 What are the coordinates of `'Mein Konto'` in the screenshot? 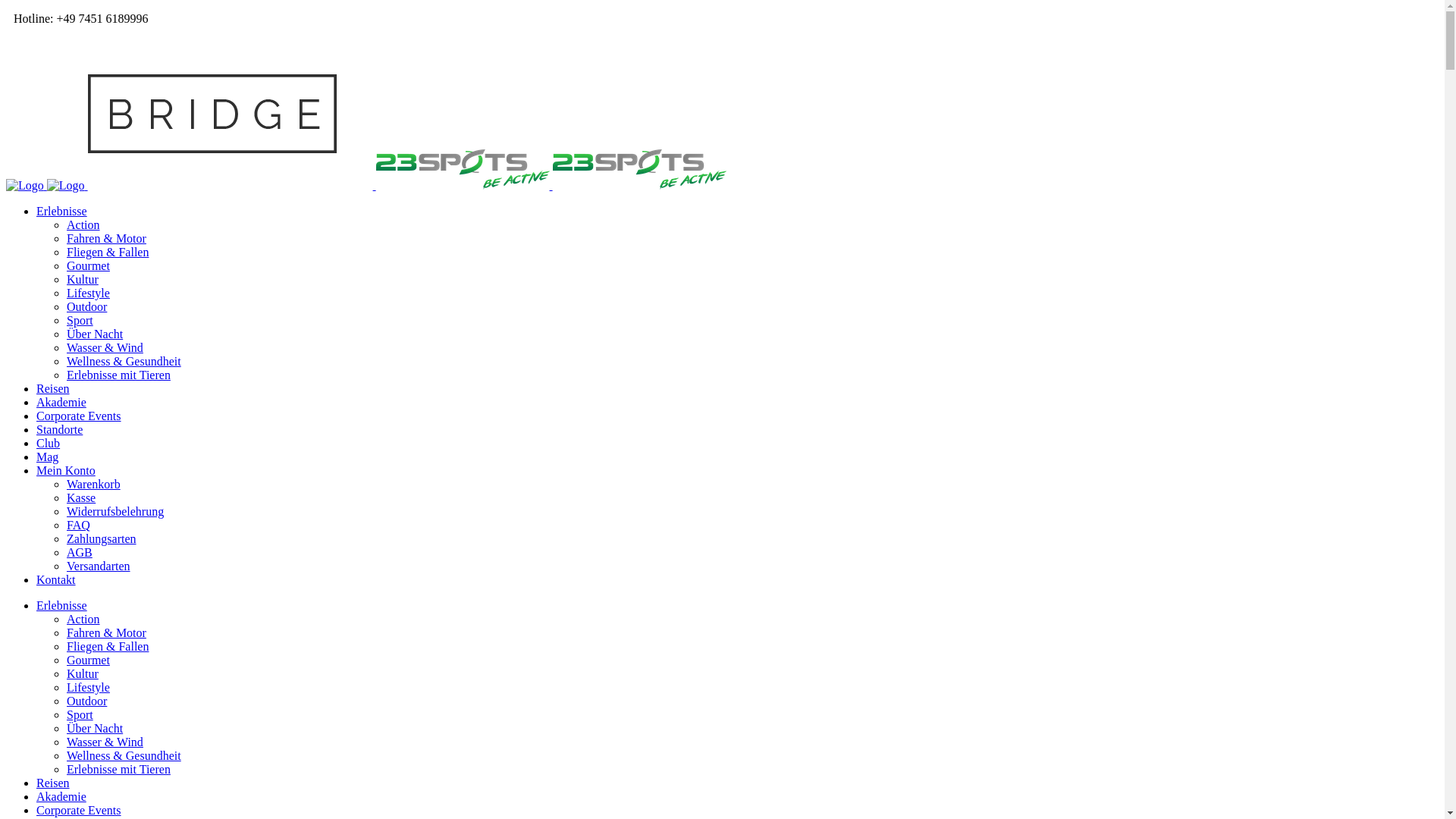 It's located at (64, 469).